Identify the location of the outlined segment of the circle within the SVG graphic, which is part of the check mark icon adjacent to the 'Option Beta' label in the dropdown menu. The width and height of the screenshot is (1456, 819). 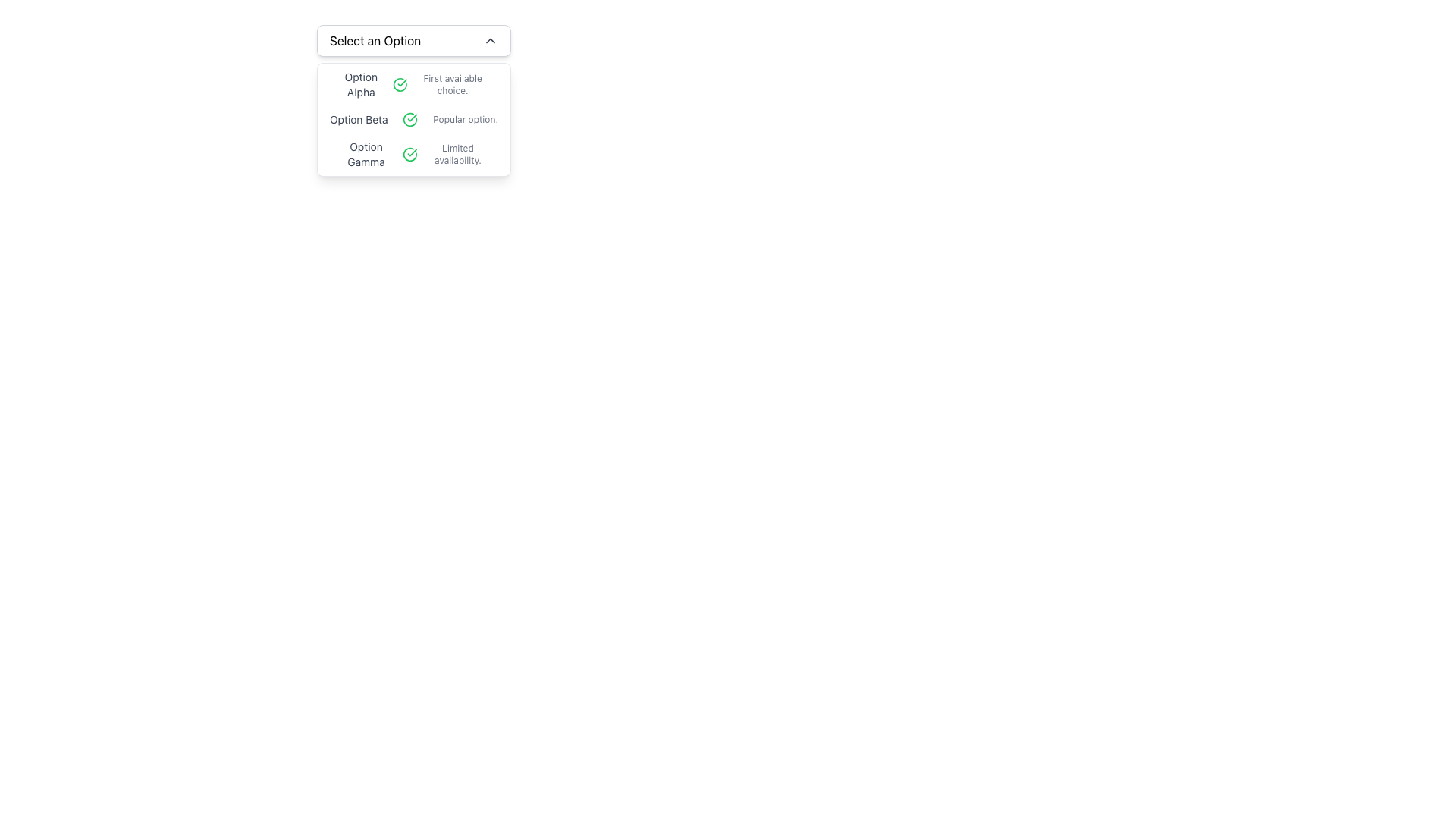
(410, 119).